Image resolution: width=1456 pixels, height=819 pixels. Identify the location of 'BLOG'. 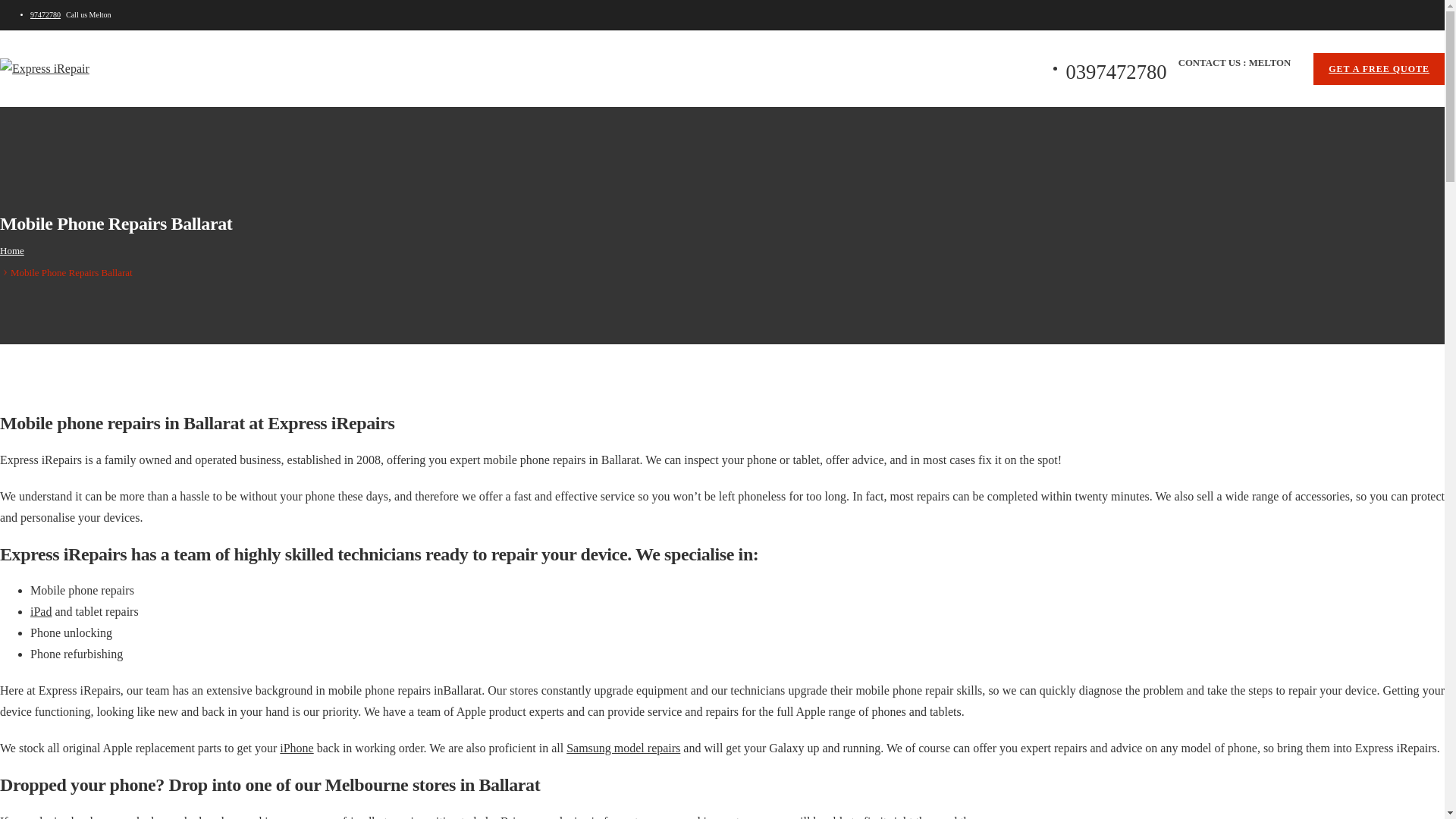
(358, 128).